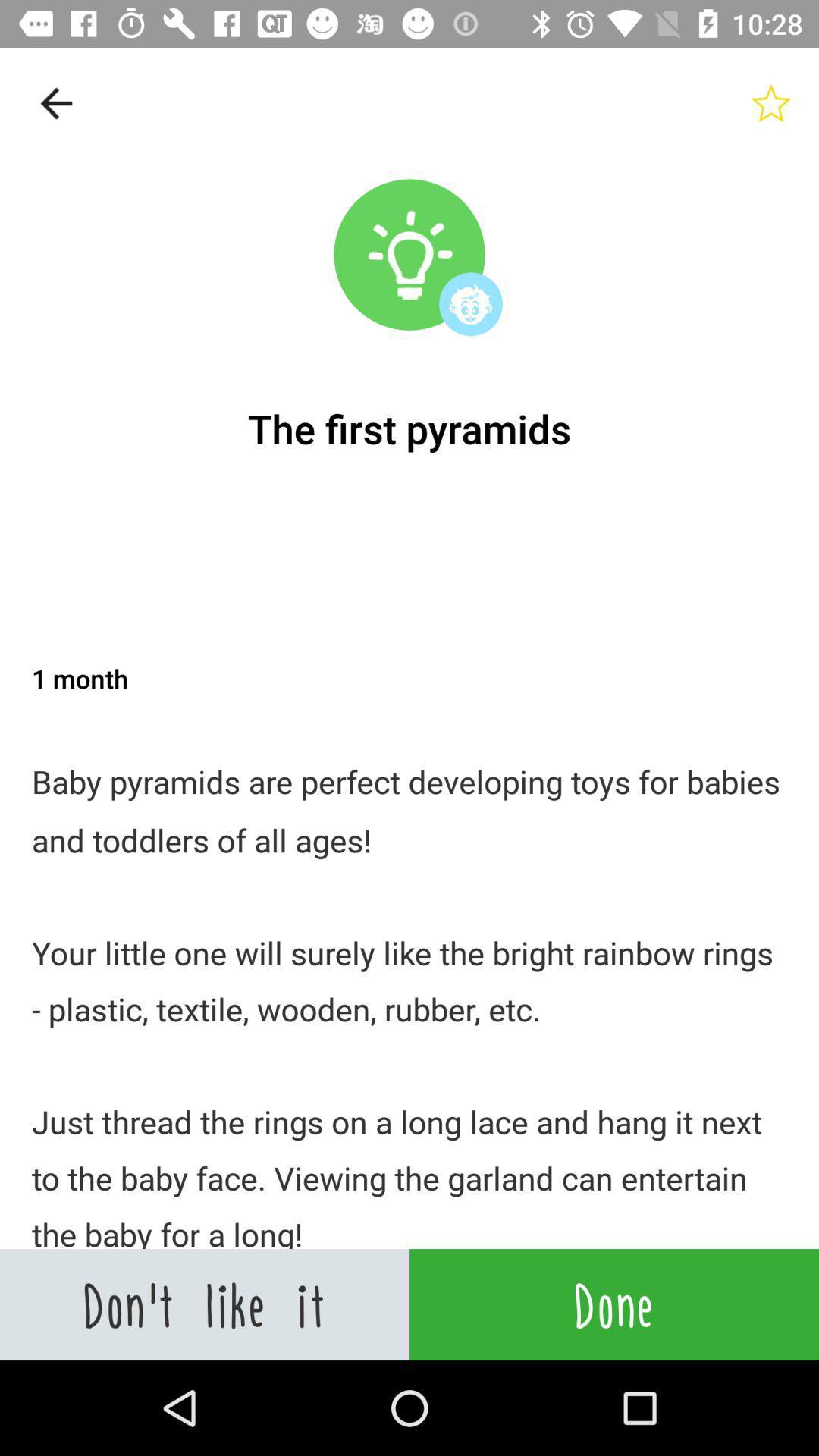 The width and height of the screenshot is (819, 1456). Describe the element at coordinates (614, 1304) in the screenshot. I see `the done icon` at that location.